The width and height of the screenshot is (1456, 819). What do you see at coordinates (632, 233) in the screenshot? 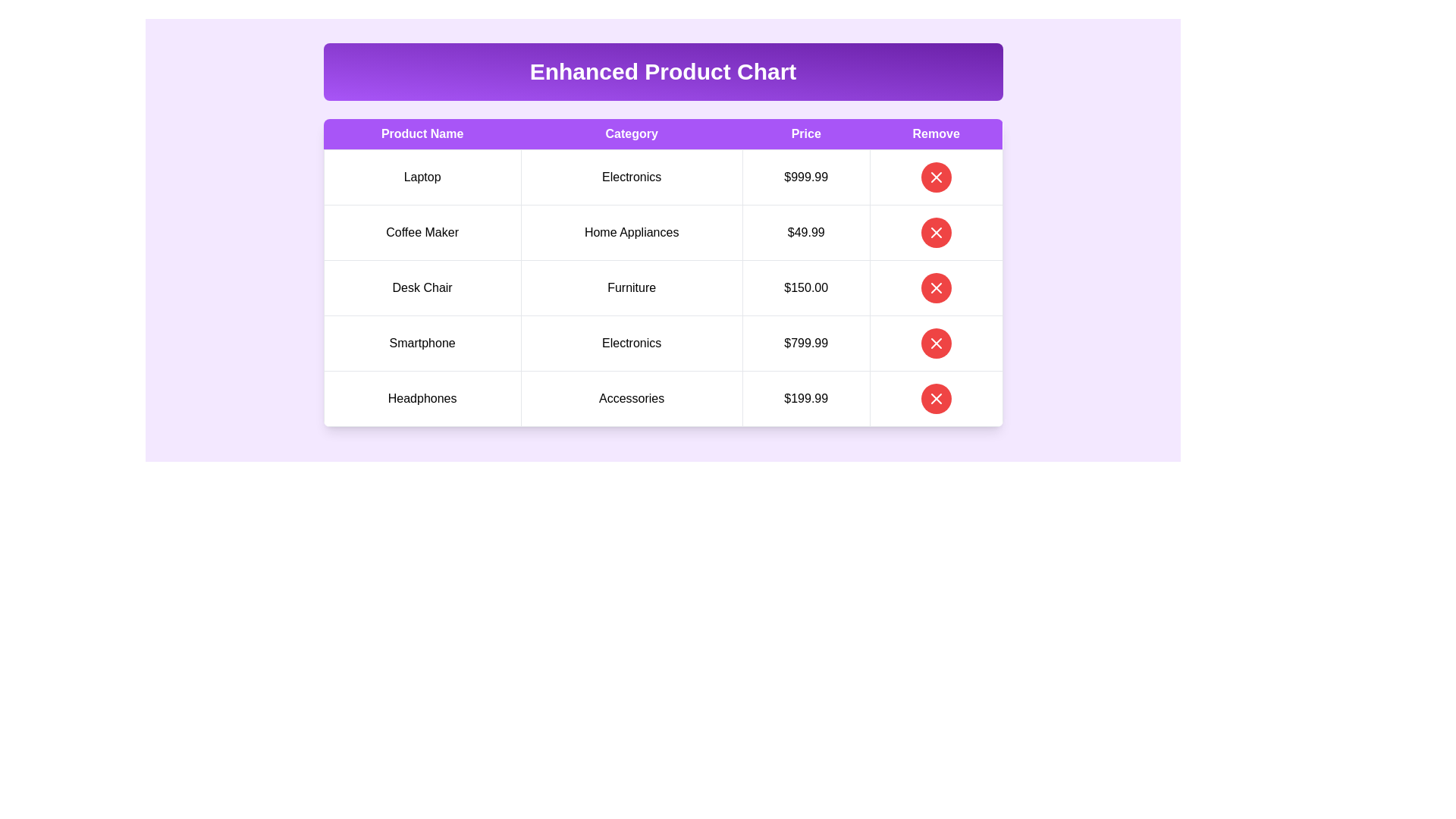
I see `the text label in the second row of the table within the 'Category' column, which provides organizational context for the product` at bounding box center [632, 233].